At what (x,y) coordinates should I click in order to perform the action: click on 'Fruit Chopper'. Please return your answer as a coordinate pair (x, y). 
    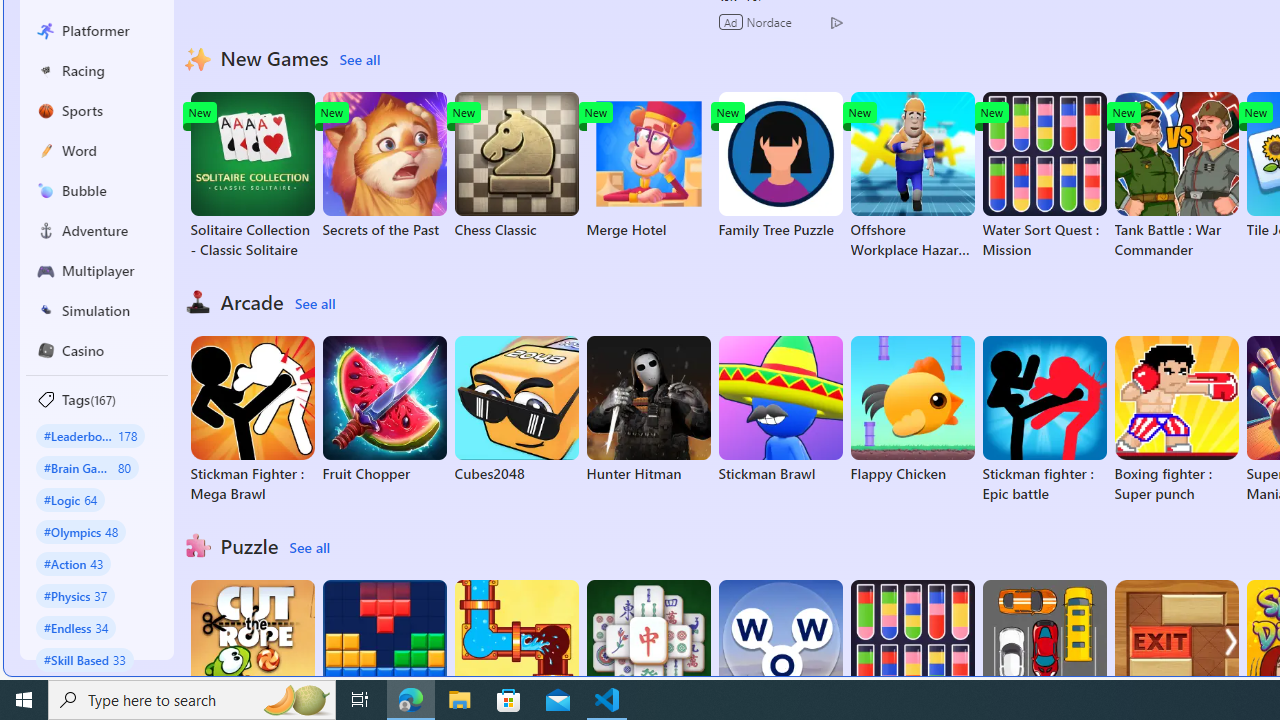
    Looking at the image, I should click on (384, 409).